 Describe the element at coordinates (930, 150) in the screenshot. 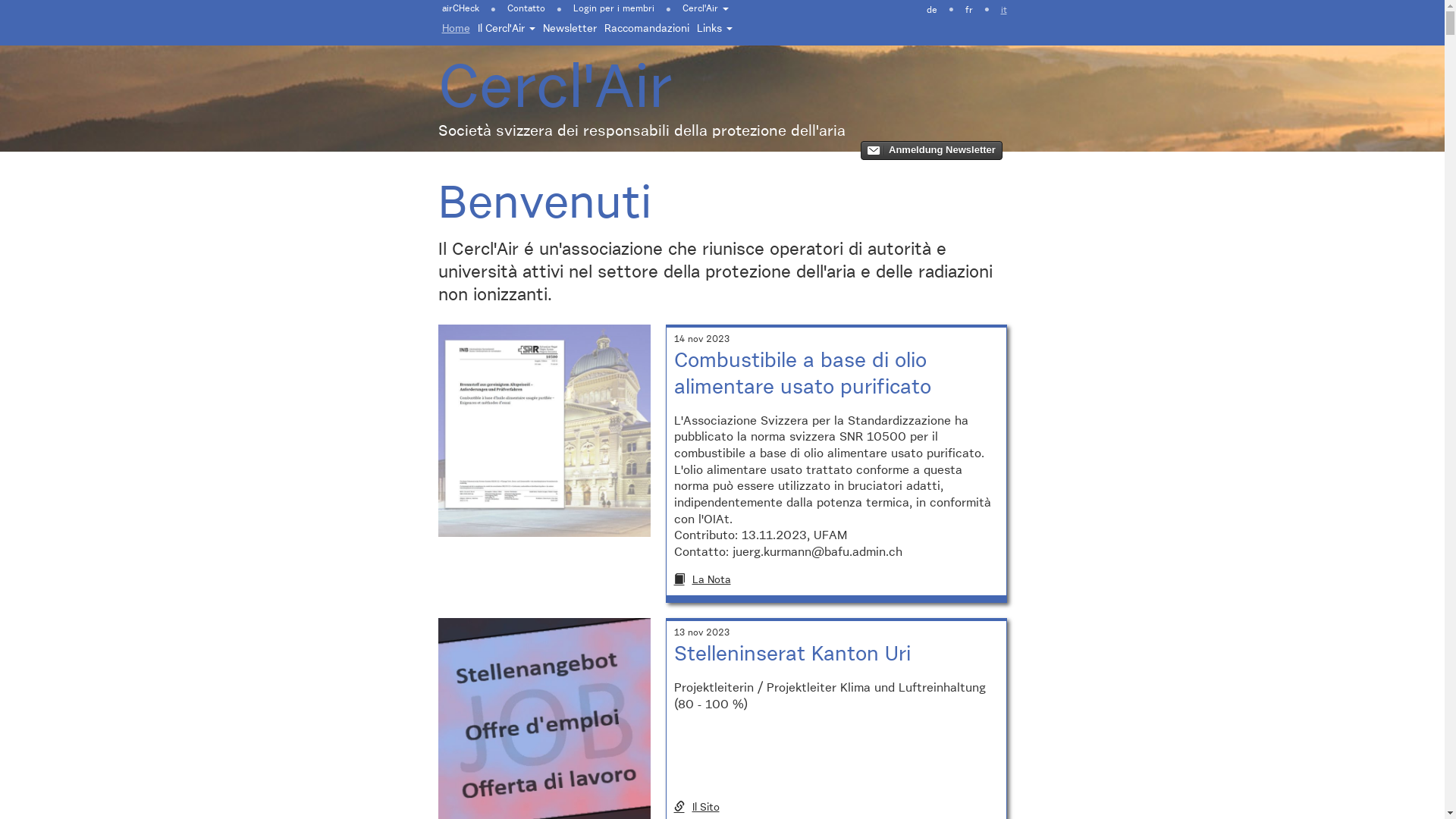

I see `'Preview'` at that location.